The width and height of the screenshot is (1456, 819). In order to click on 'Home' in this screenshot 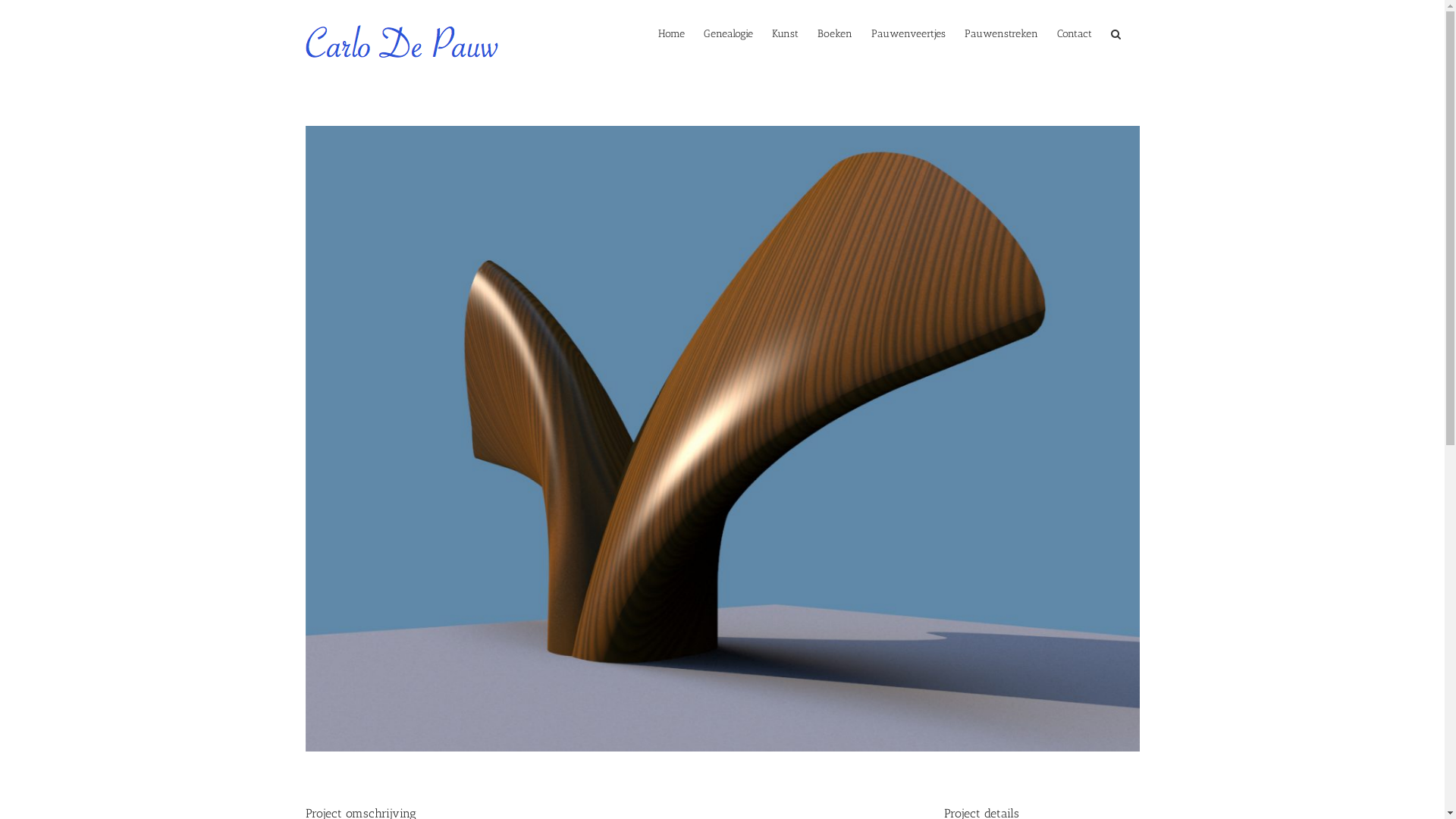, I will do `click(670, 32)`.